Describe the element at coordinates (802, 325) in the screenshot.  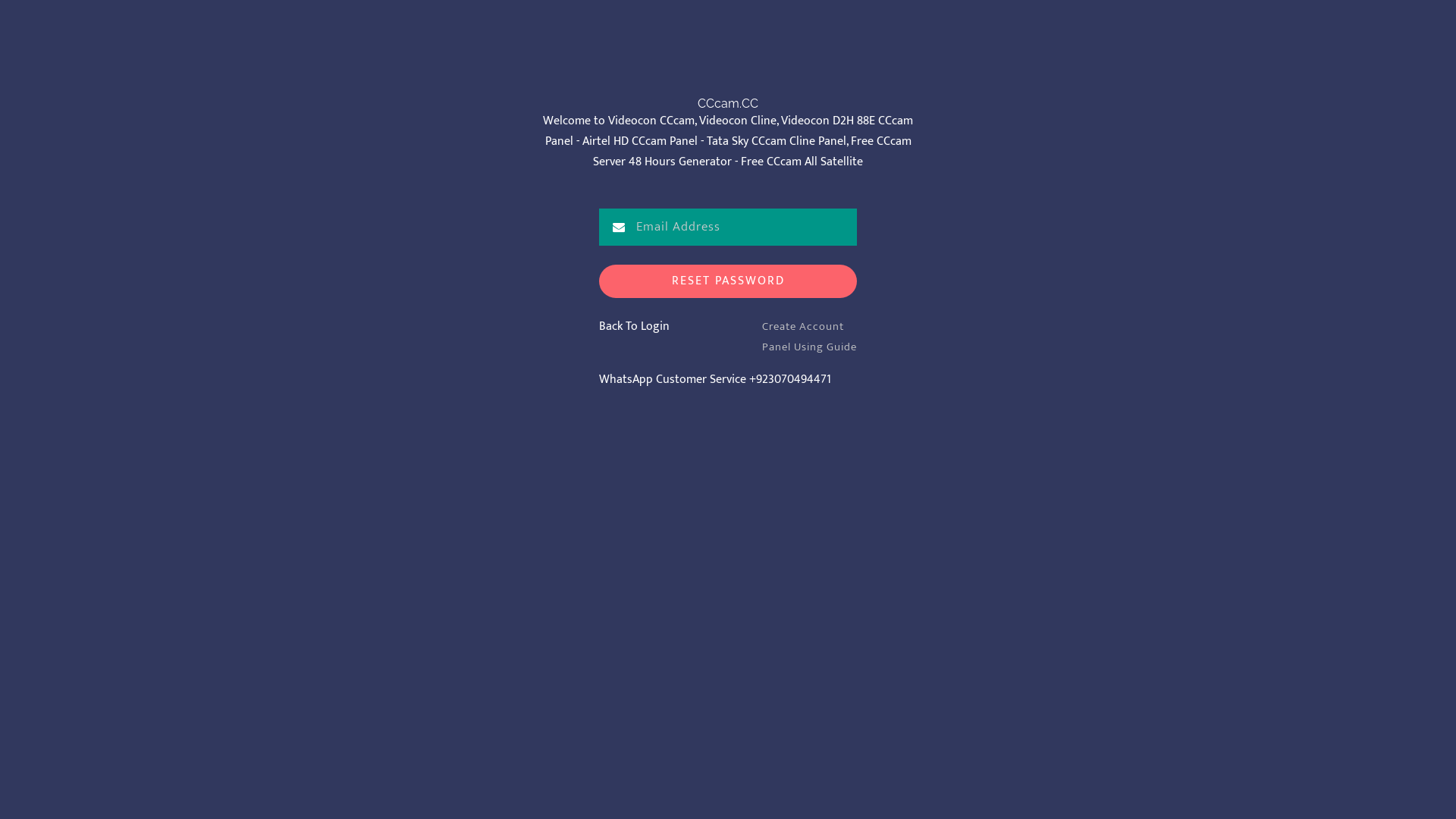
I see `'Create Account'` at that location.